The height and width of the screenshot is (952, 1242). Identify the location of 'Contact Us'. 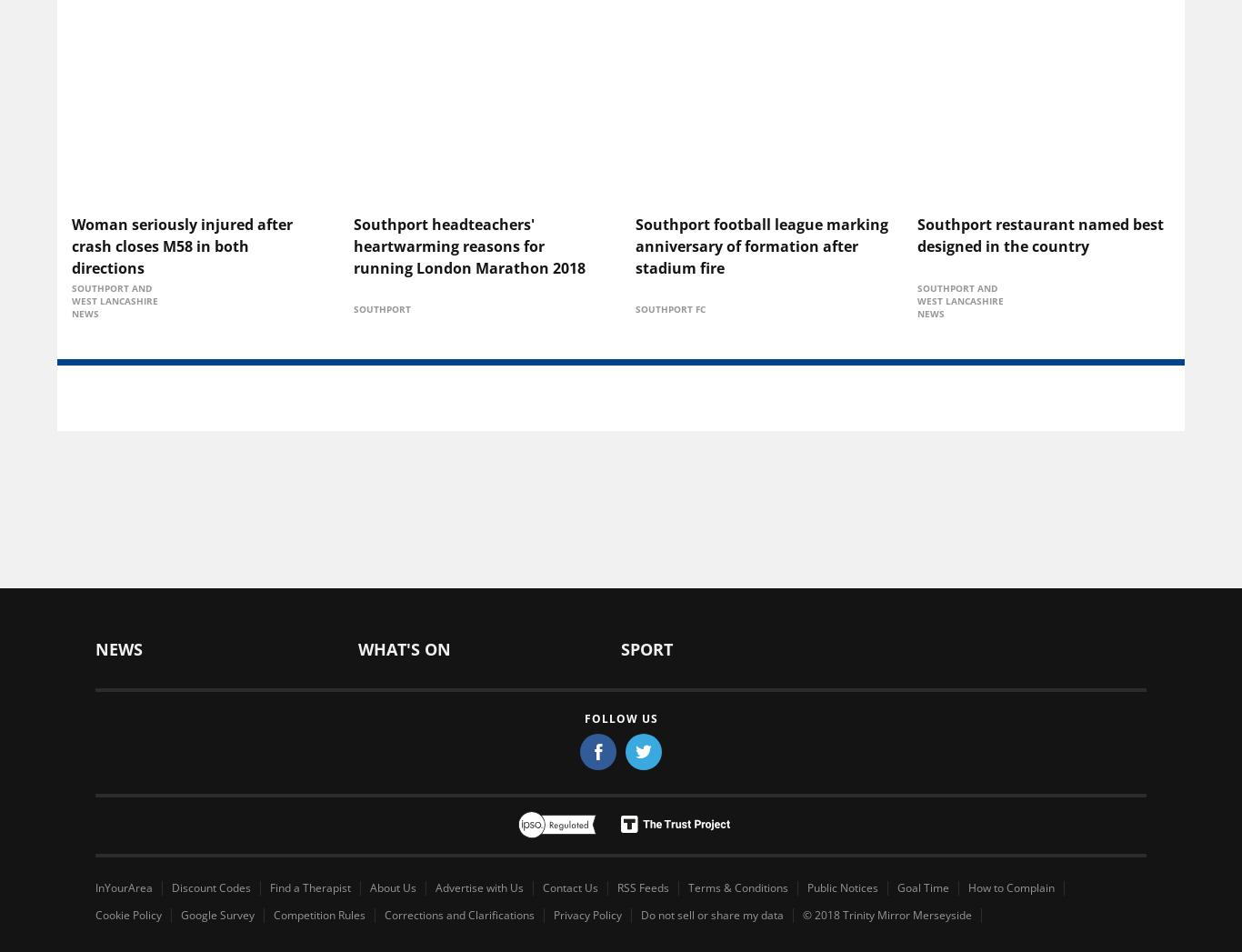
(541, 886).